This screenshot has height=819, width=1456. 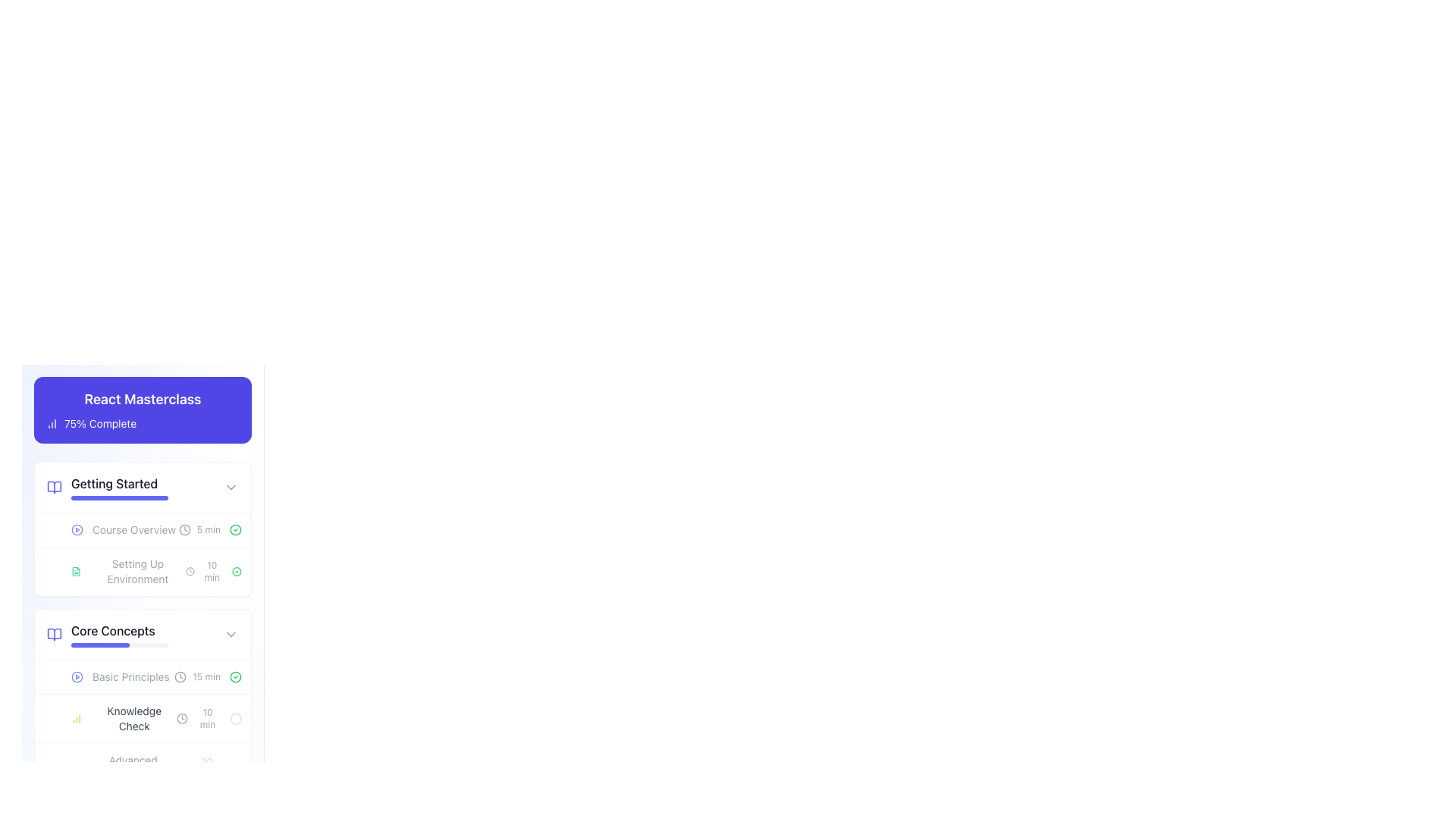 I want to click on descriptive text label indicating a topic within the 'Getting Started' section of the 'React Masterclass' course overview, so click(x=138, y=571).